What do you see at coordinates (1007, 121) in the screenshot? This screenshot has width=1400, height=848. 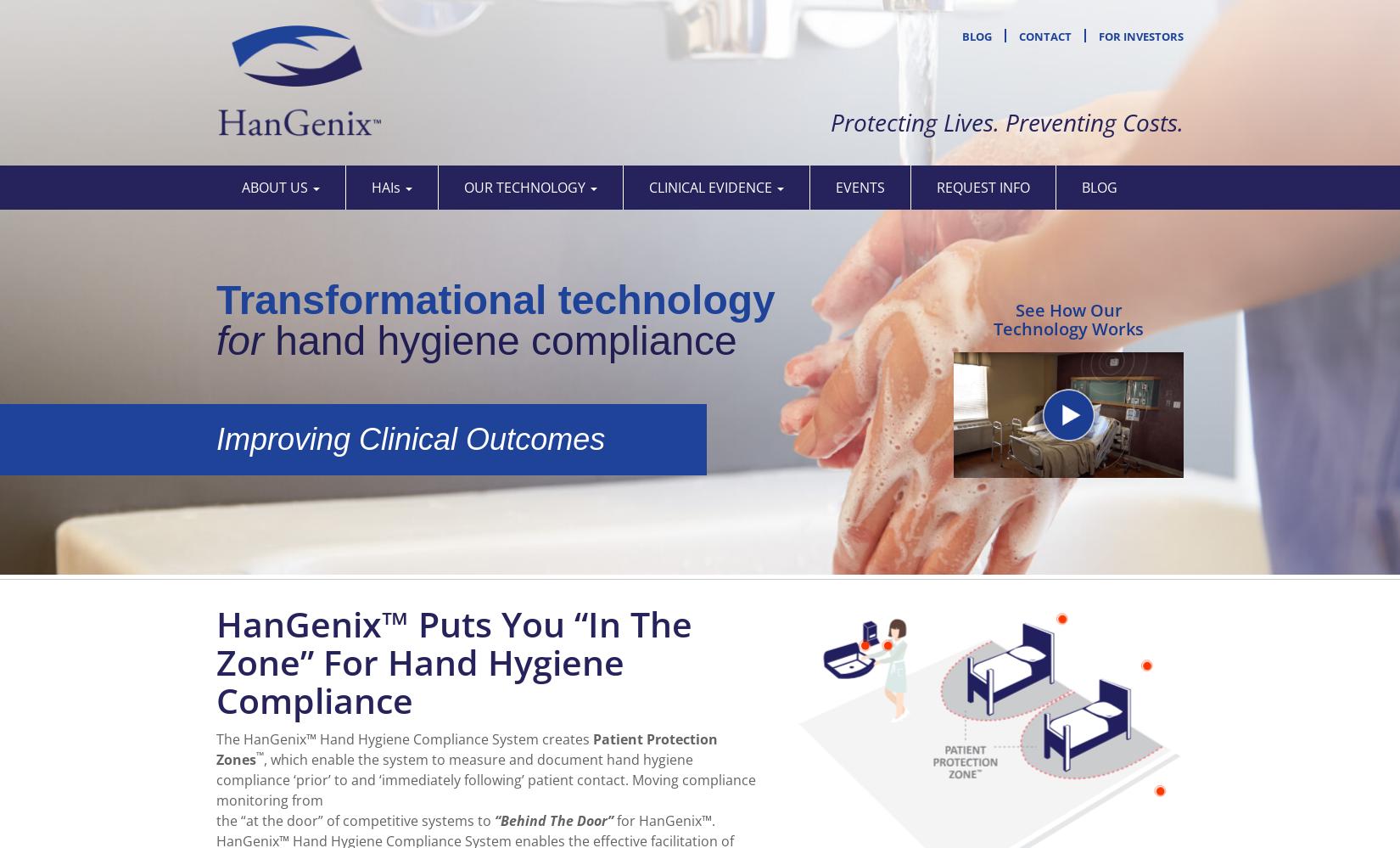 I see `'Protecting Lives. Preventing Costs.'` at bounding box center [1007, 121].